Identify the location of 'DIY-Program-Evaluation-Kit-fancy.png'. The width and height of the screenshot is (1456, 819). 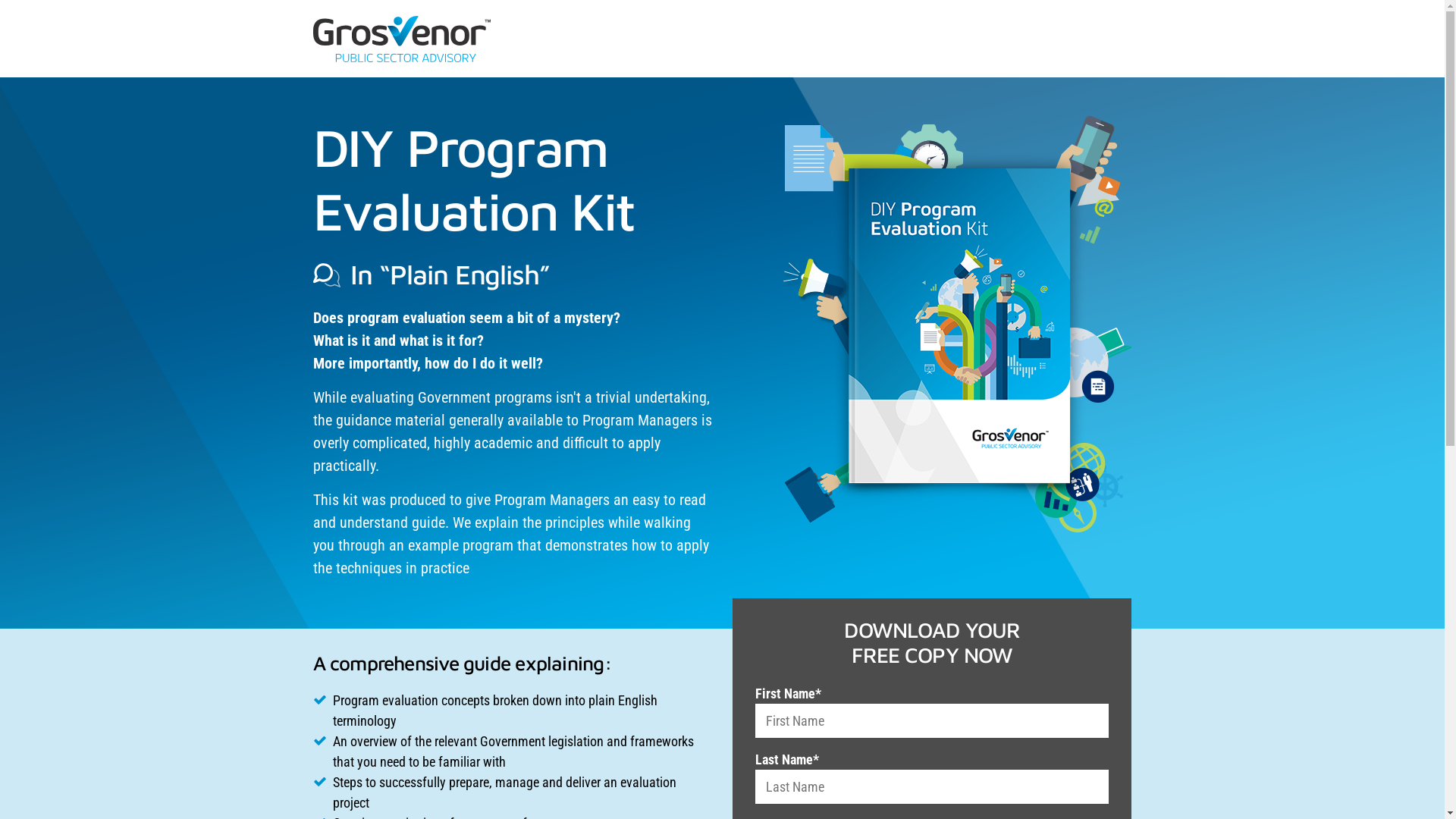
(956, 323).